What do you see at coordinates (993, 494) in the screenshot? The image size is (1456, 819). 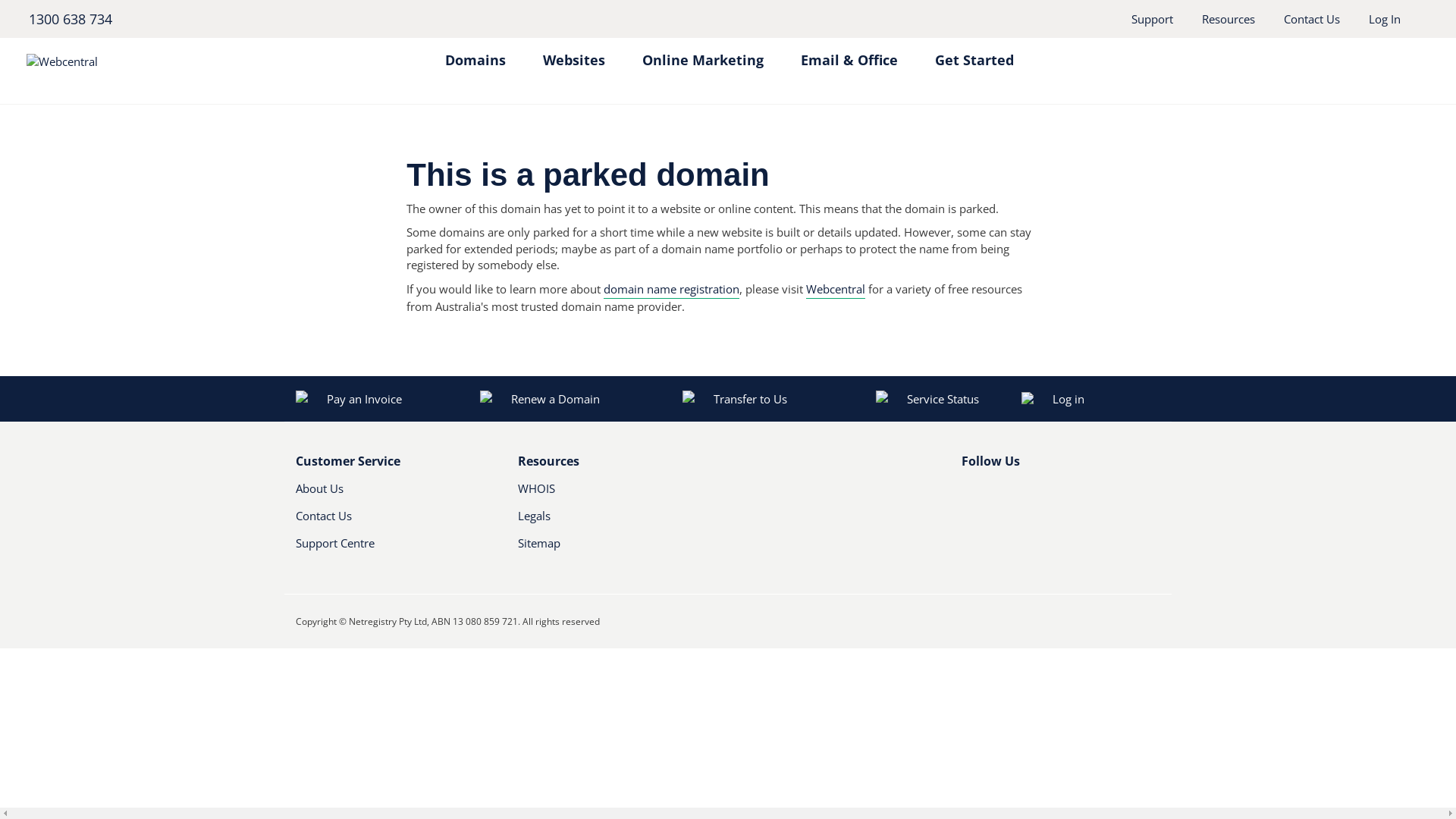 I see `'Twitter'` at bounding box center [993, 494].